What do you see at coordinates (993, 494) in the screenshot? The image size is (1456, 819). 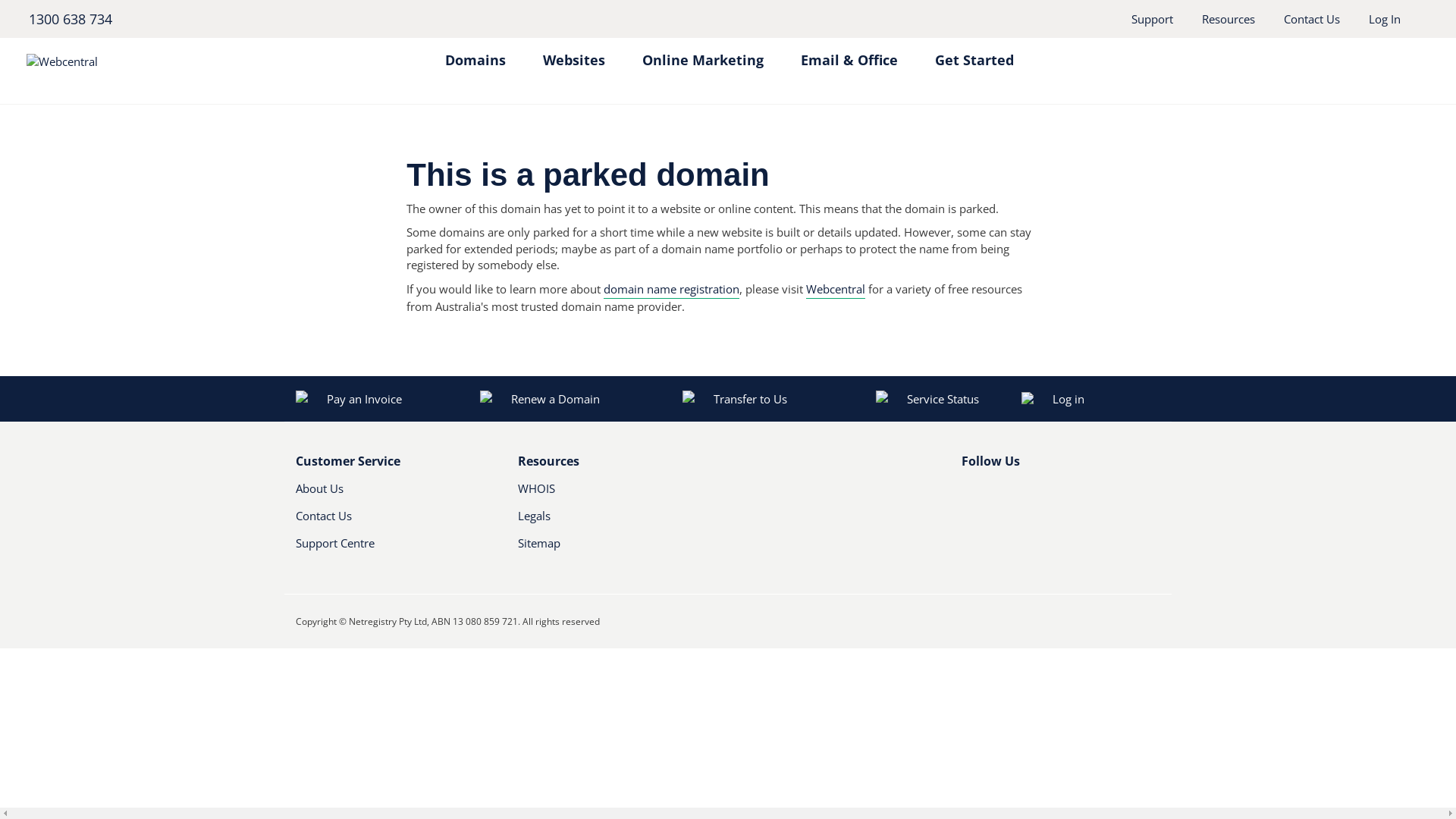 I see `'Twitter'` at bounding box center [993, 494].